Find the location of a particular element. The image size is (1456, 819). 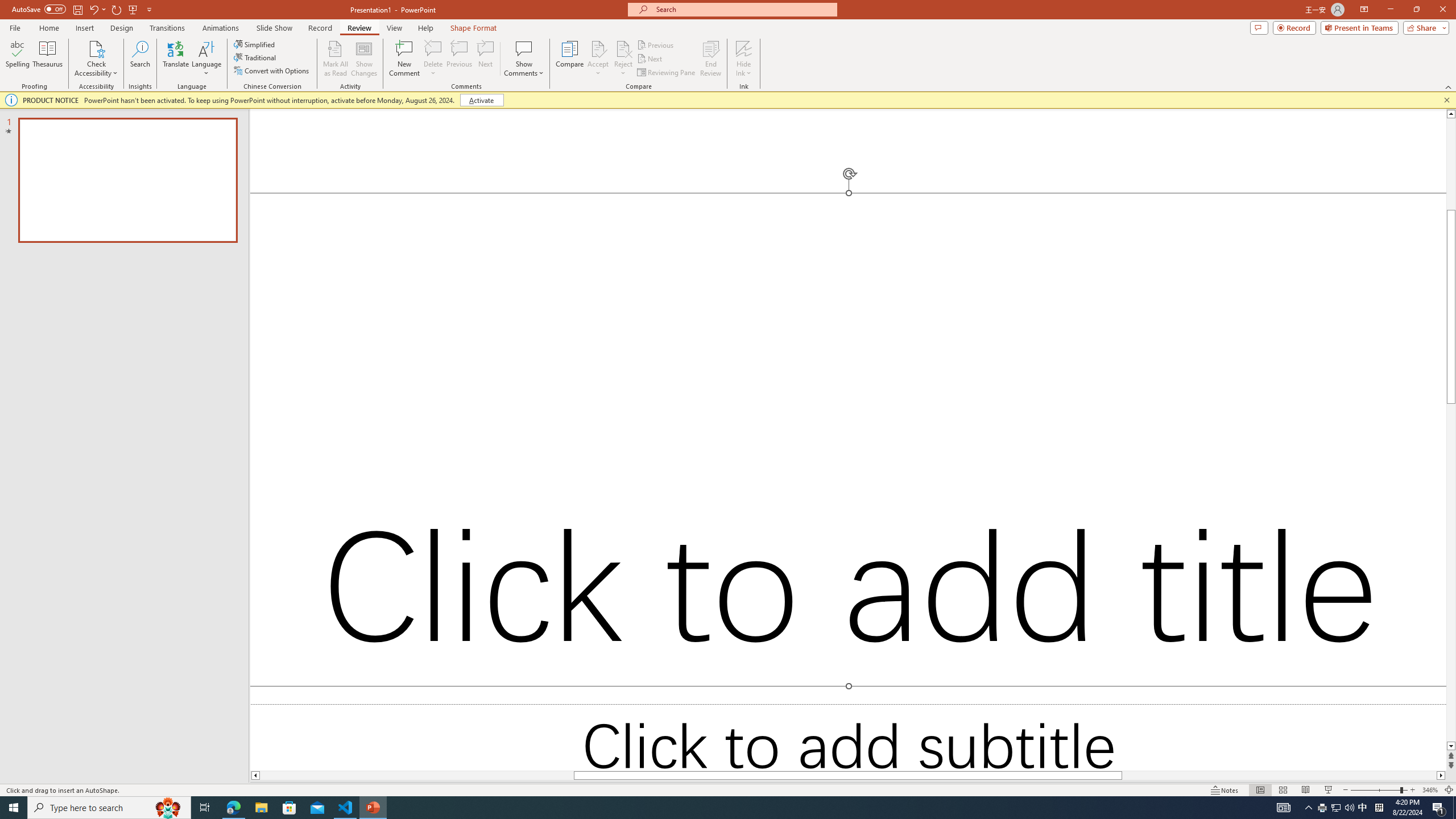

'Mark All as Read' is located at coordinates (336, 59).